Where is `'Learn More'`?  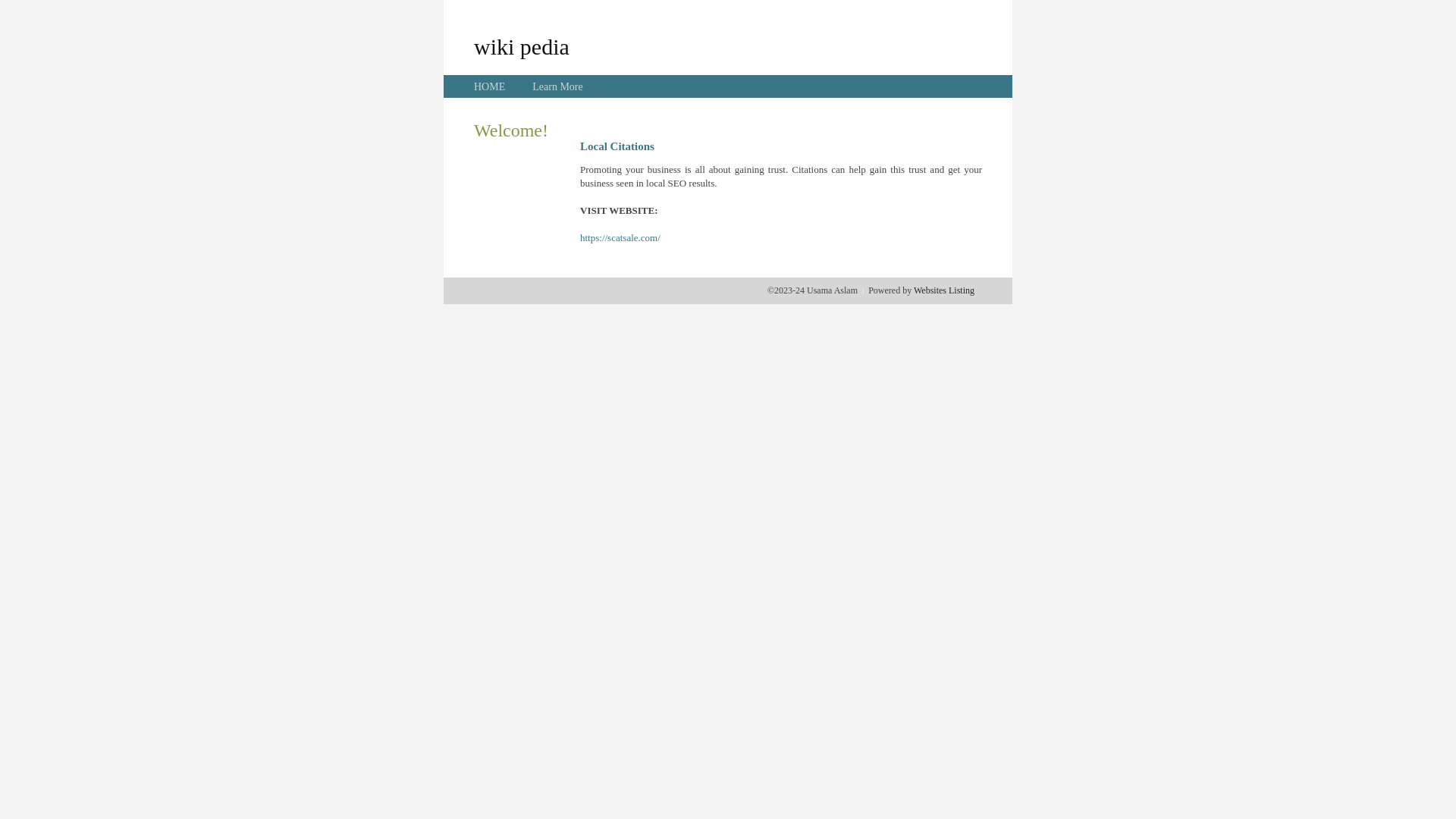
'Learn More' is located at coordinates (556, 86).